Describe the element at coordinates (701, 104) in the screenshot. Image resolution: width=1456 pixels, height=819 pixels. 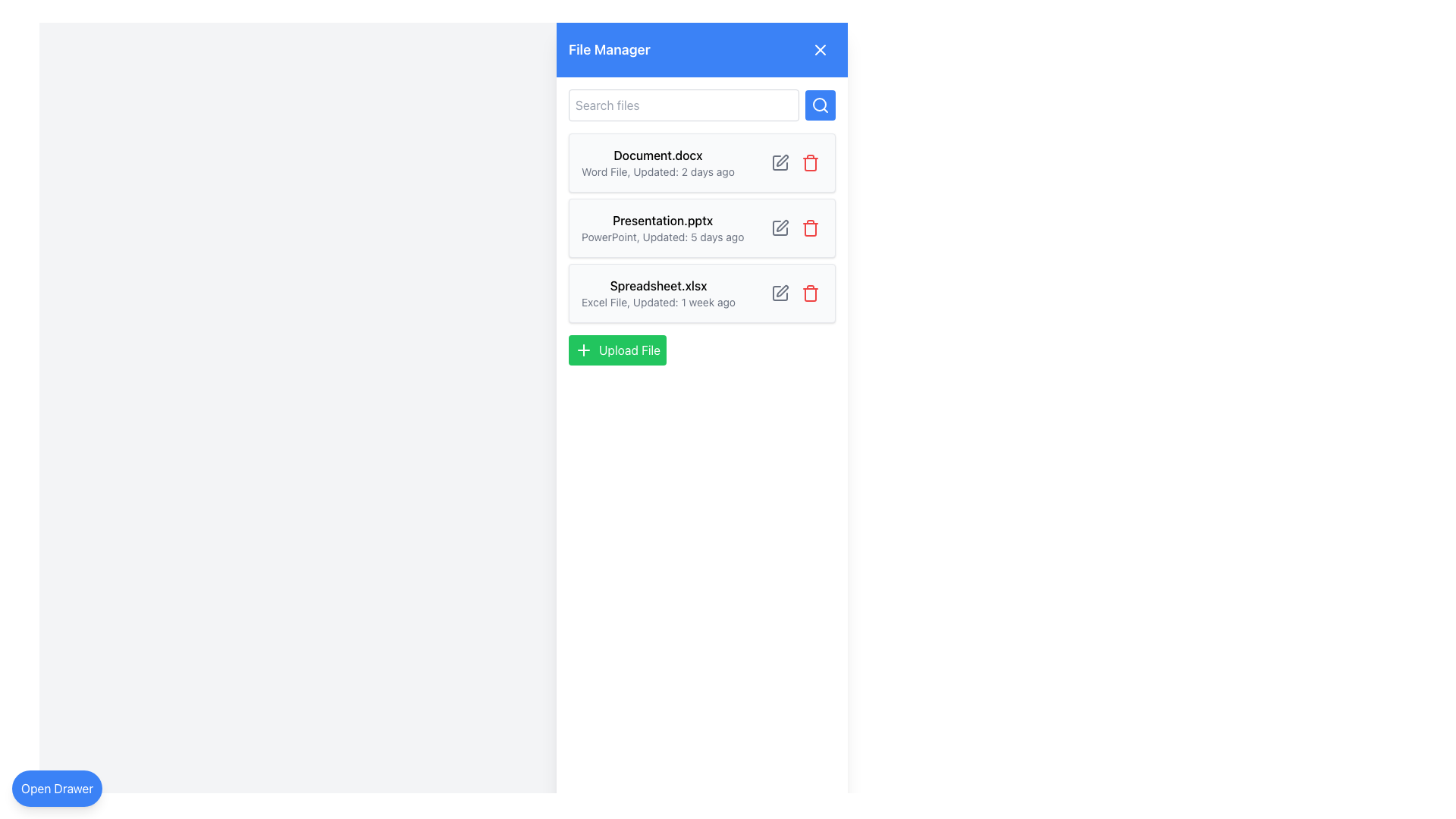
I see `the Search bar located at the top of the file manager panel` at that location.